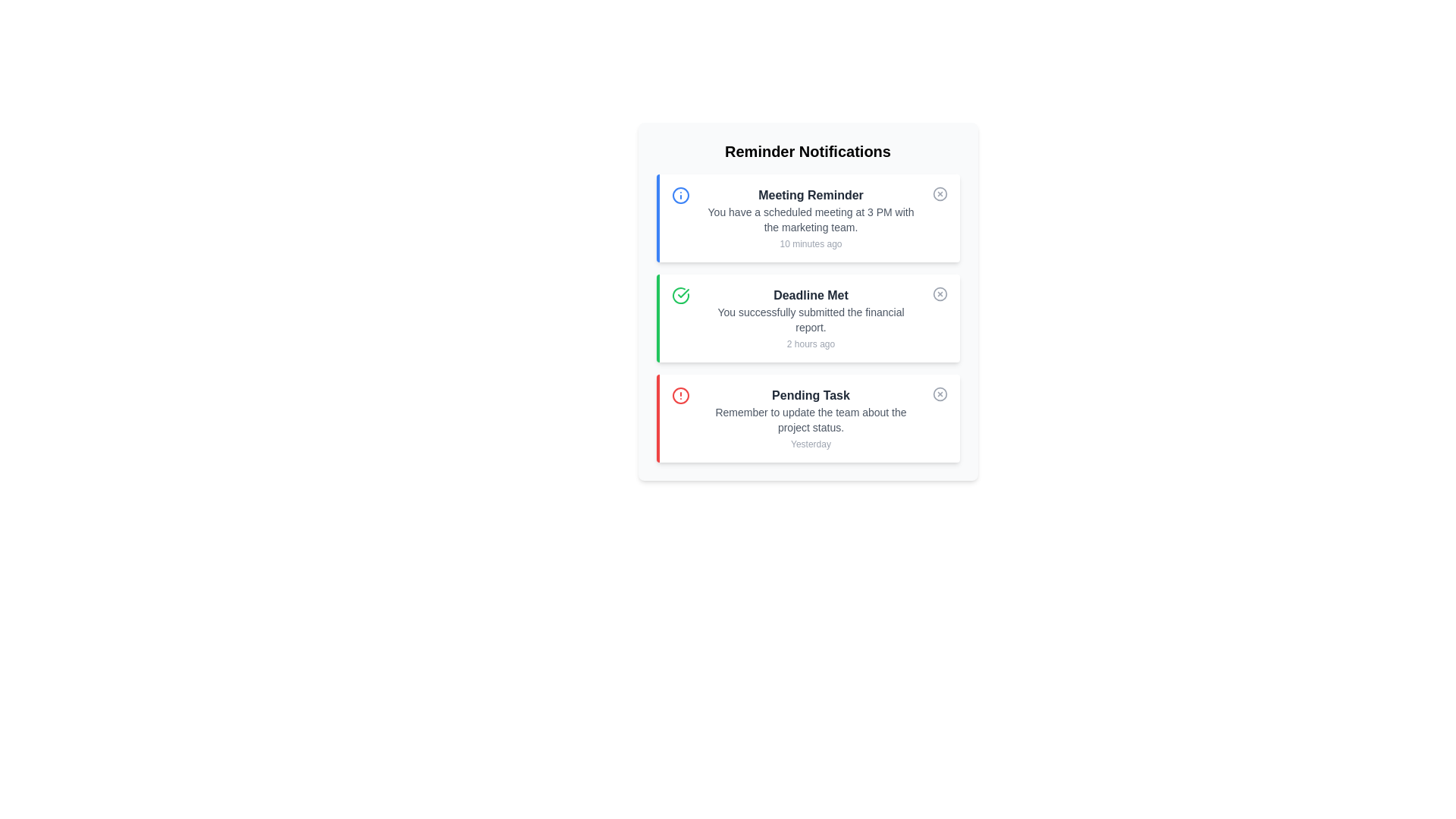 The image size is (1456, 819). Describe the element at coordinates (810, 219) in the screenshot. I see `text displayed in the notification card, which states 'You have a scheduled meeting at 3 PM with the marketing team.' This text is centrally aligned and appears below the title 'Meeting Reminder.'` at that location.